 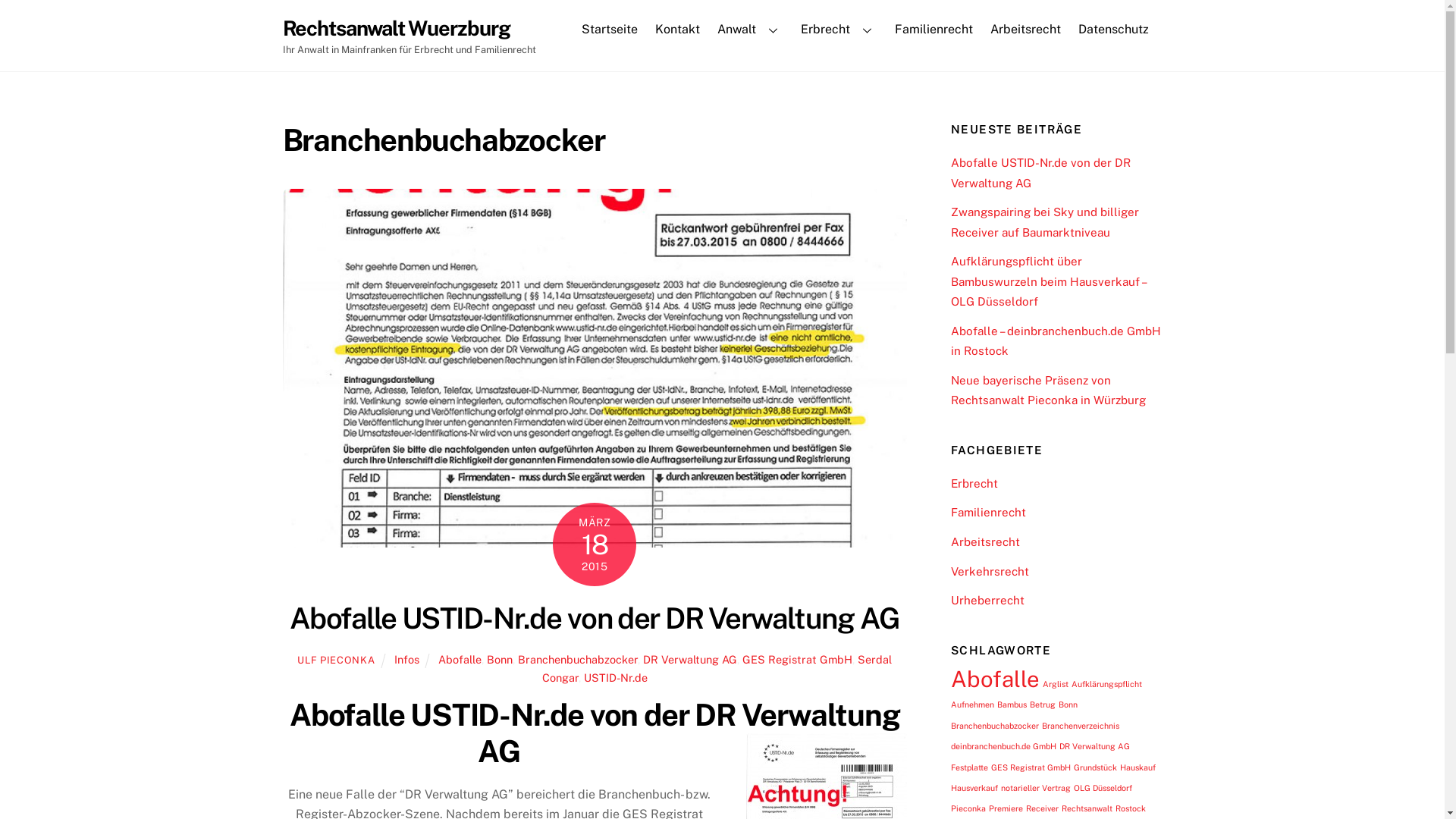 I want to click on 'Abofalle', so click(x=995, y=678).